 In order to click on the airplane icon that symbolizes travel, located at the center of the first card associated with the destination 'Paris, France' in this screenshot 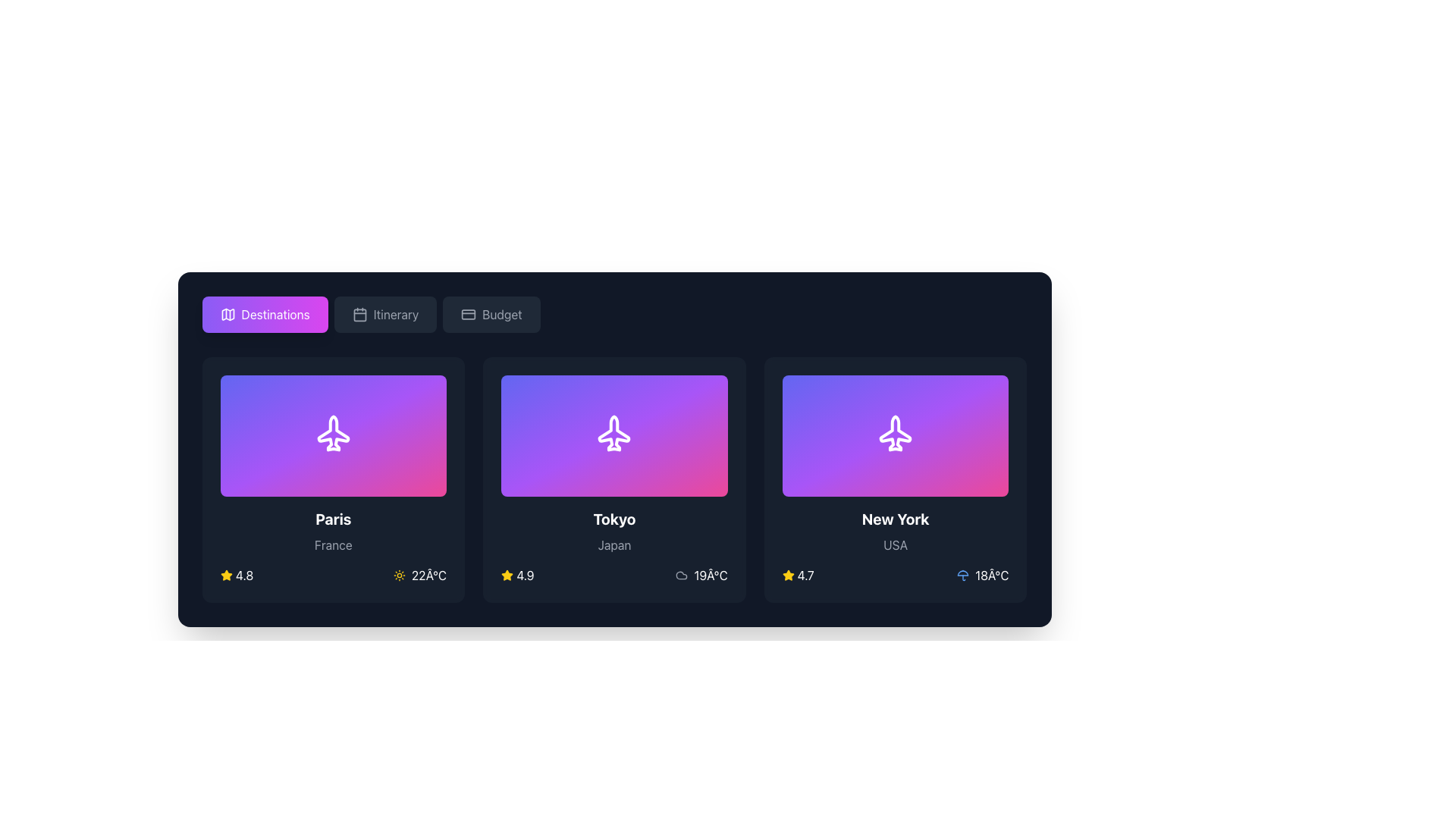, I will do `click(332, 435)`.